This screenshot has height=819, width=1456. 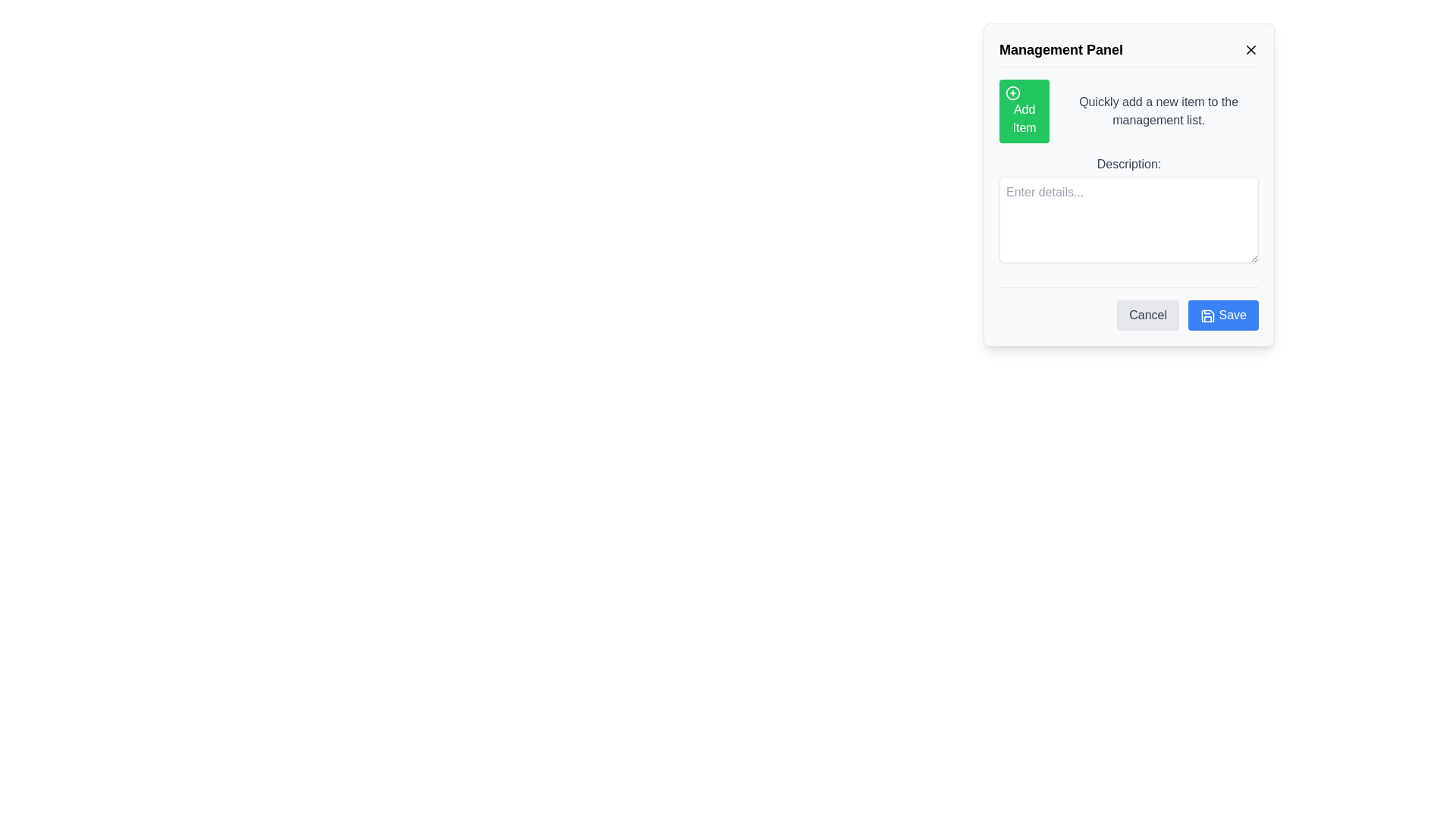 I want to click on the text label displaying the sentence 'Quickly add a new item to the management list.' which is styled in gray color and is positioned next to the 'Add Item' button in the 'Management Panel', so click(x=1158, y=110).